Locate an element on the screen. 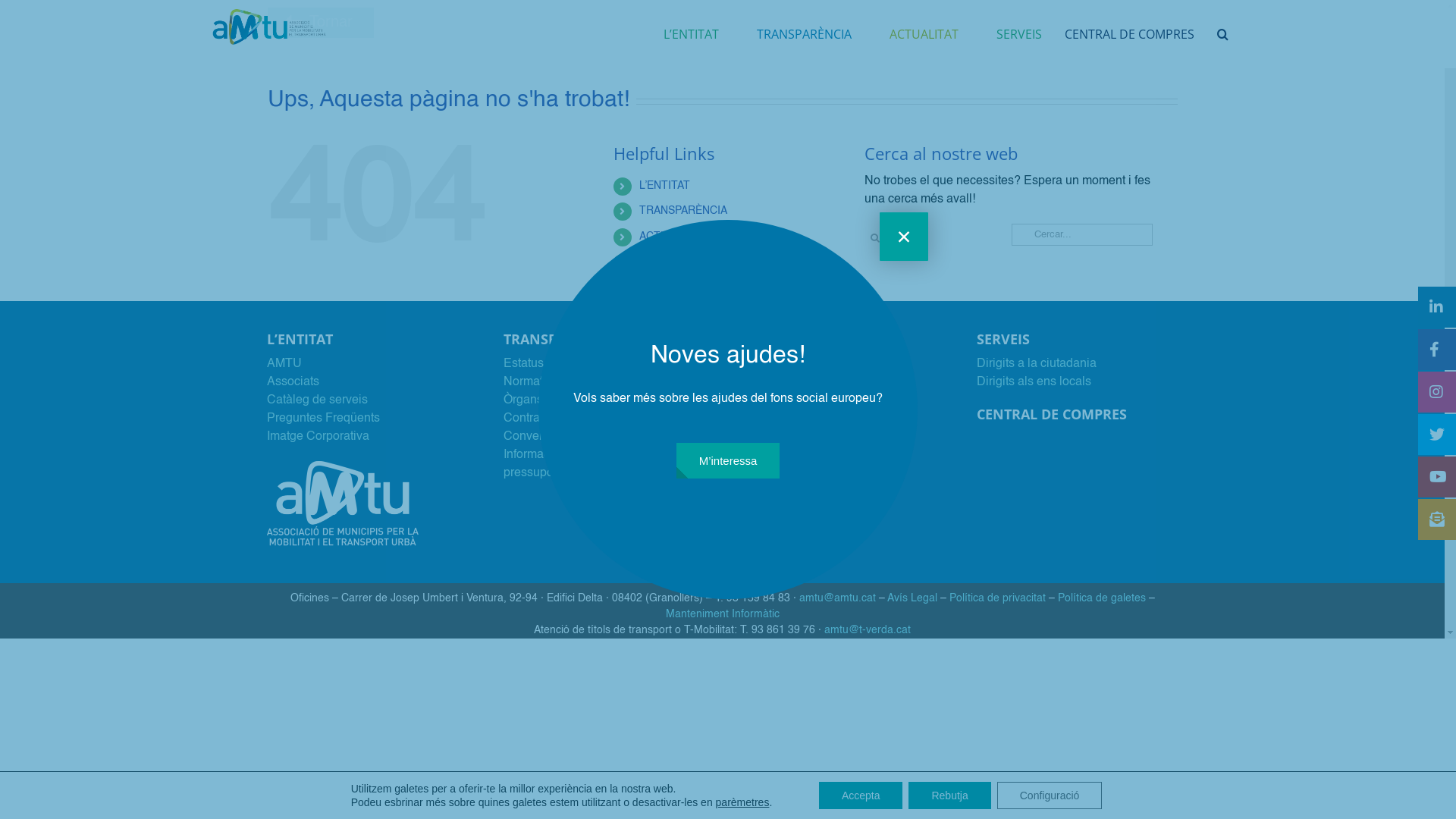 The image size is (1456, 819). 'Convenis' is located at coordinates (529, 436).